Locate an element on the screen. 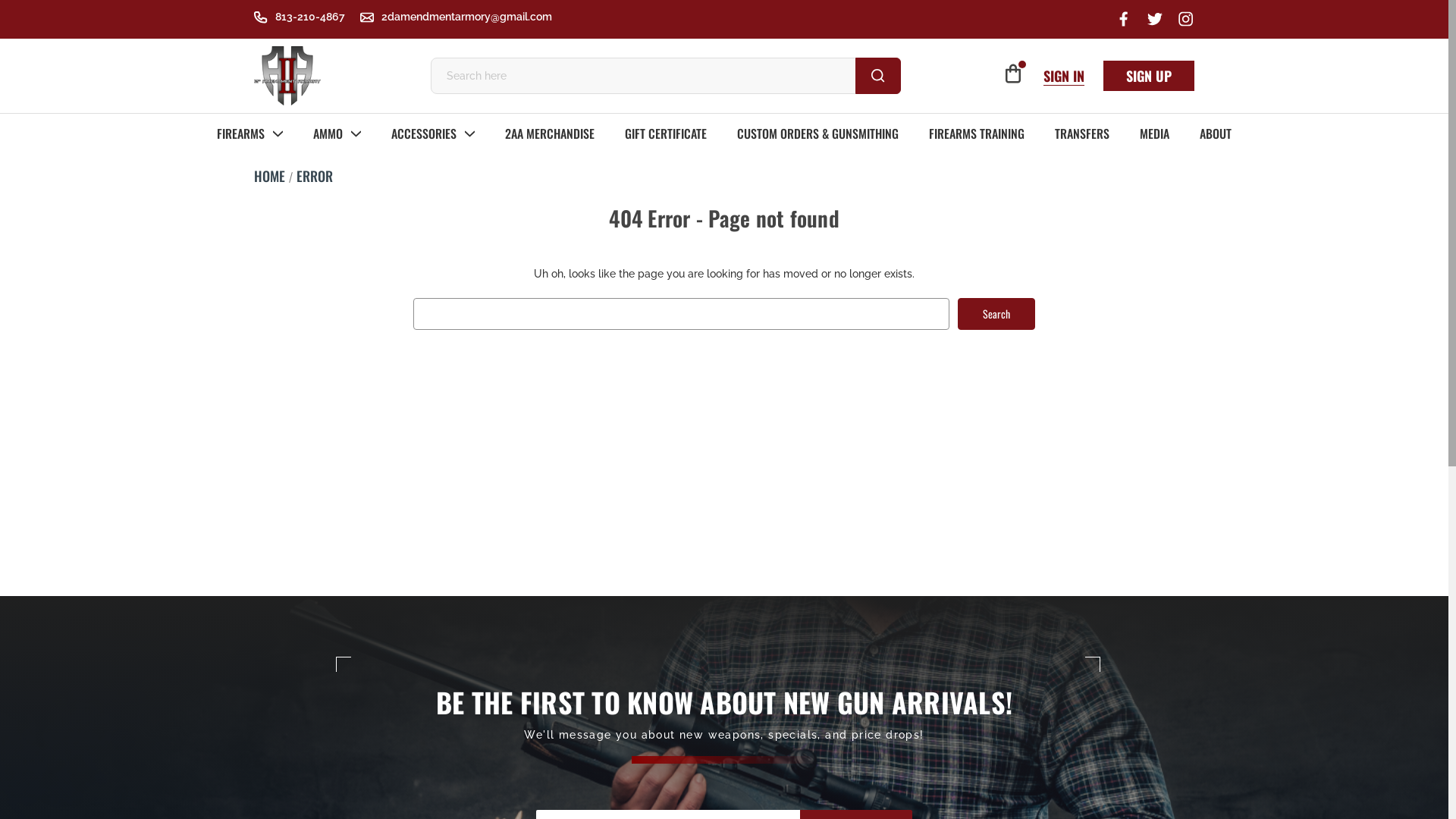 This screenshot has width=1456, height=819. 'Facebook' is located at coordinates (1124, 18).